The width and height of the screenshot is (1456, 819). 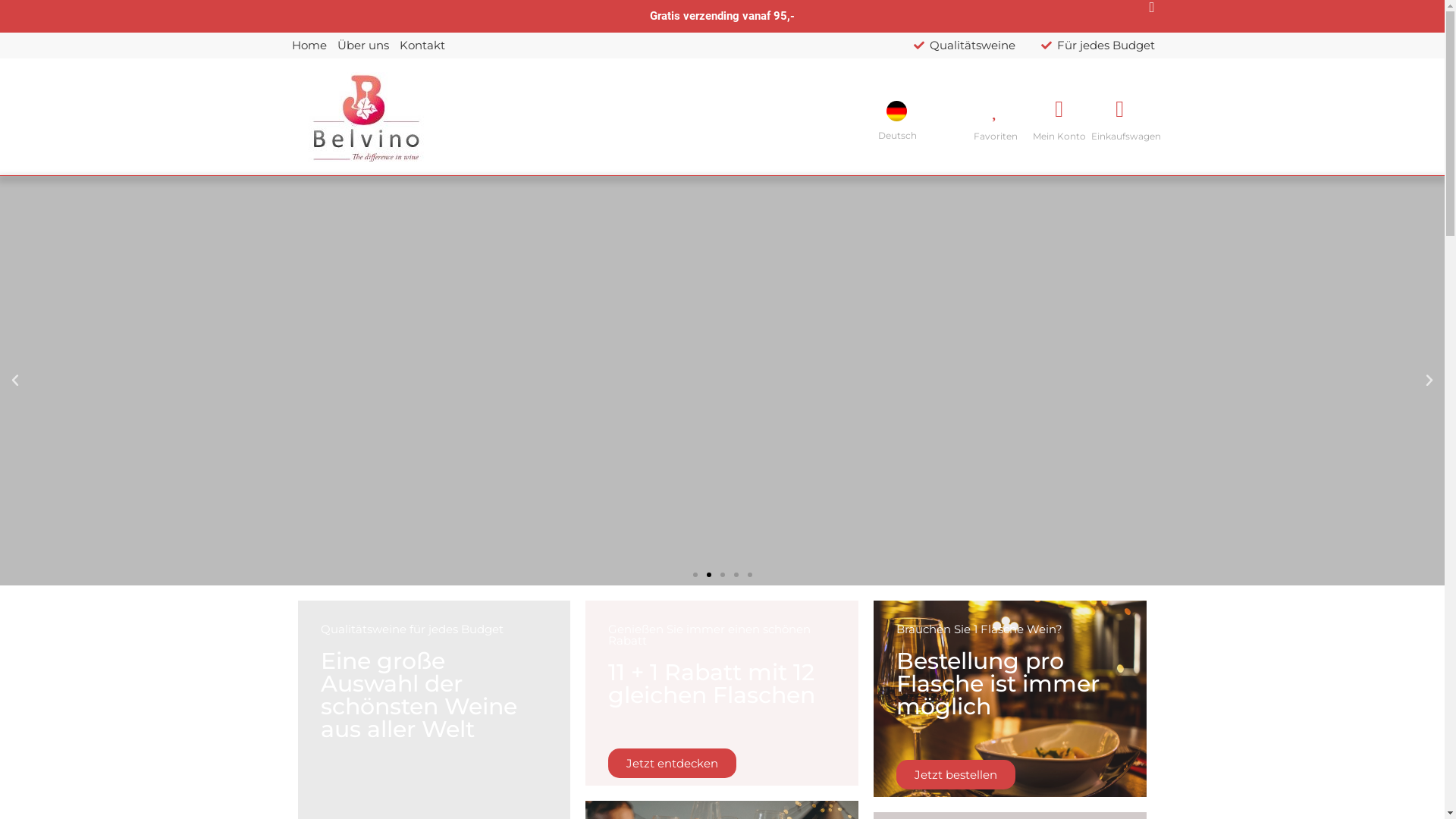 What do you see at coordinates (422, 45) in the screenshot?
I see `'Kontakt'` at bounding box center [422, 45].